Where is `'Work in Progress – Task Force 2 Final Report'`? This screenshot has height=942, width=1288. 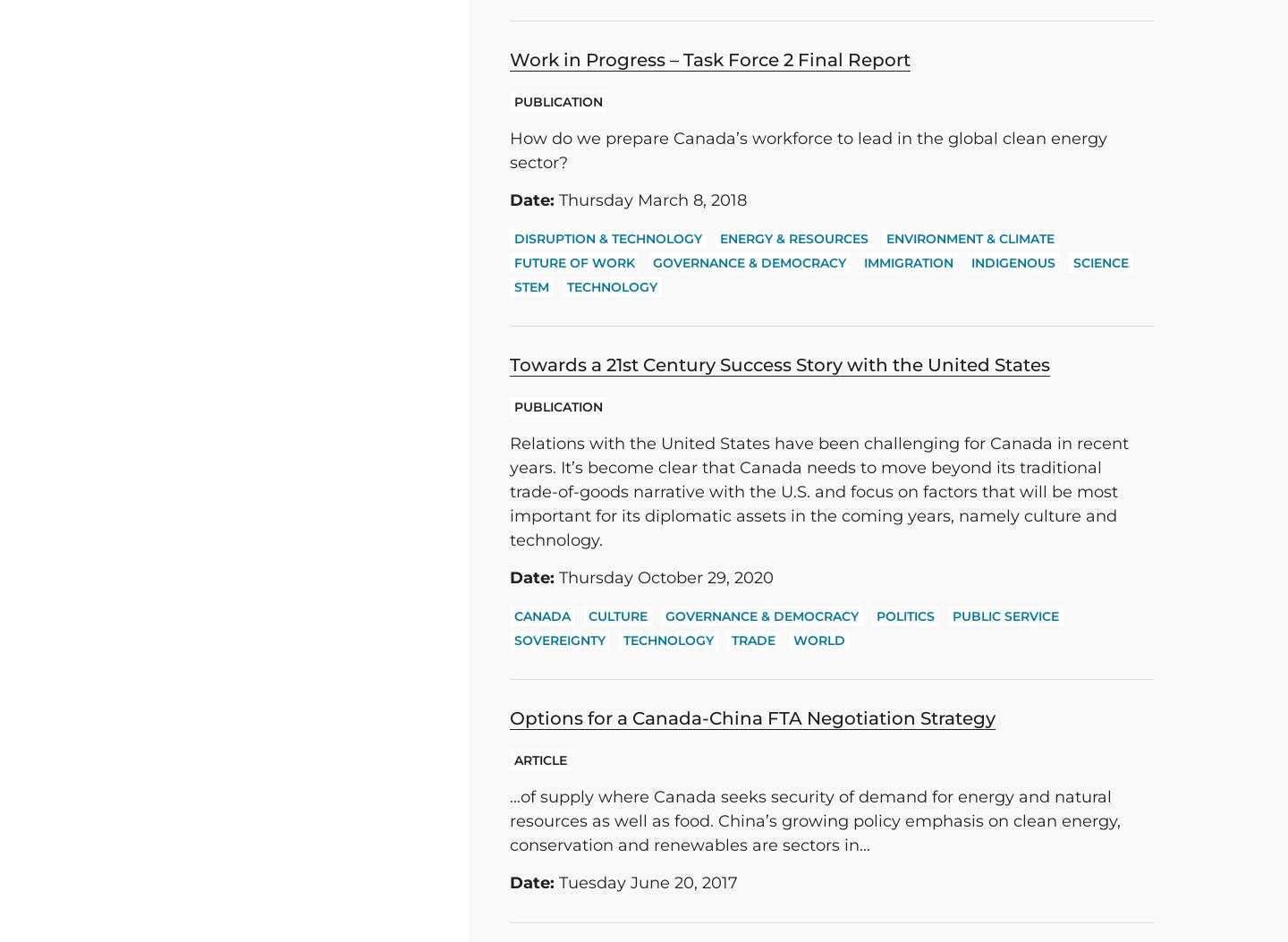
'Work in Progress – Task Force 2 Final Report' is located at coordinates (710, 58).